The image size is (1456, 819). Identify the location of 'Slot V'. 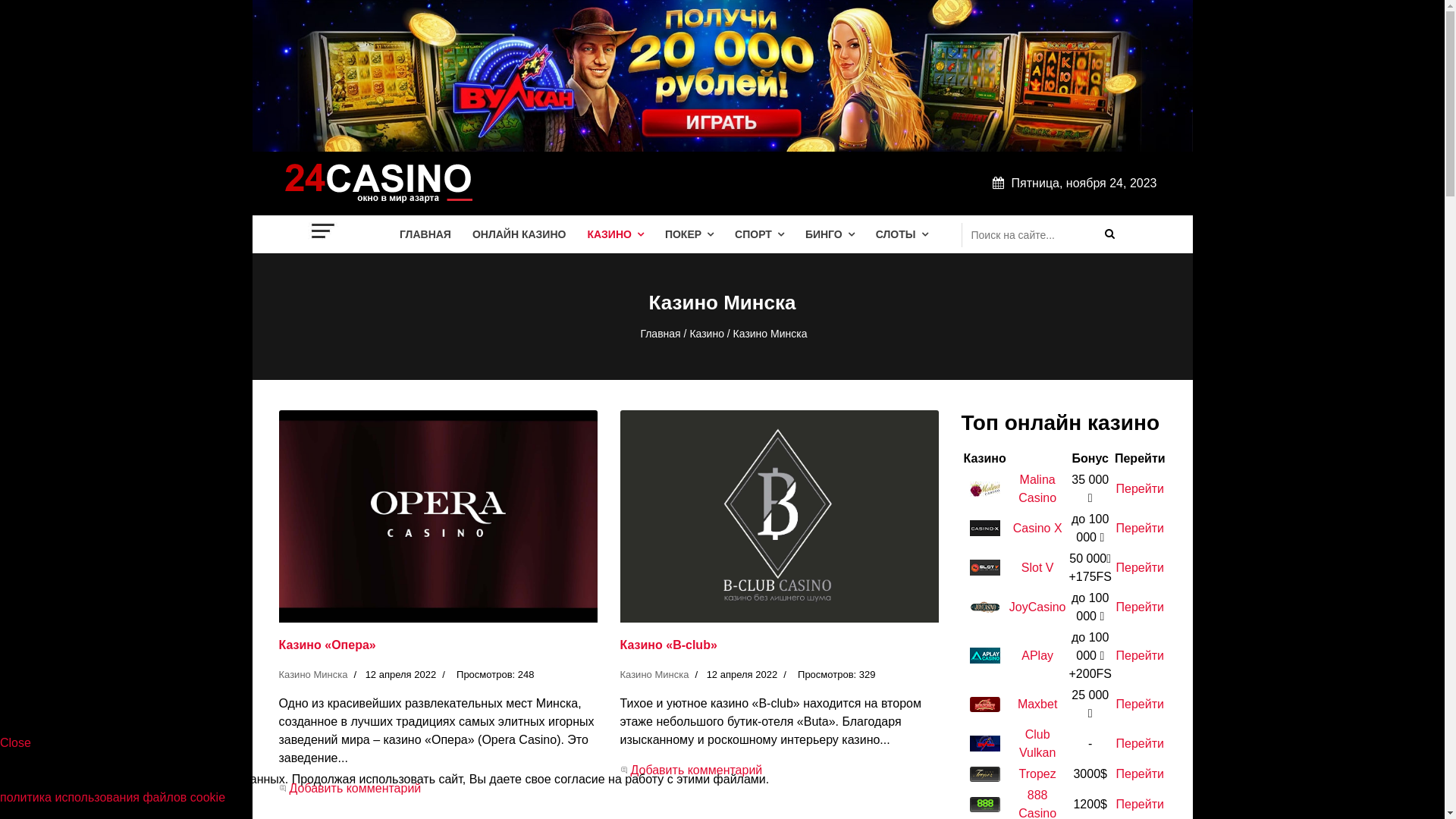
(1037, 567).